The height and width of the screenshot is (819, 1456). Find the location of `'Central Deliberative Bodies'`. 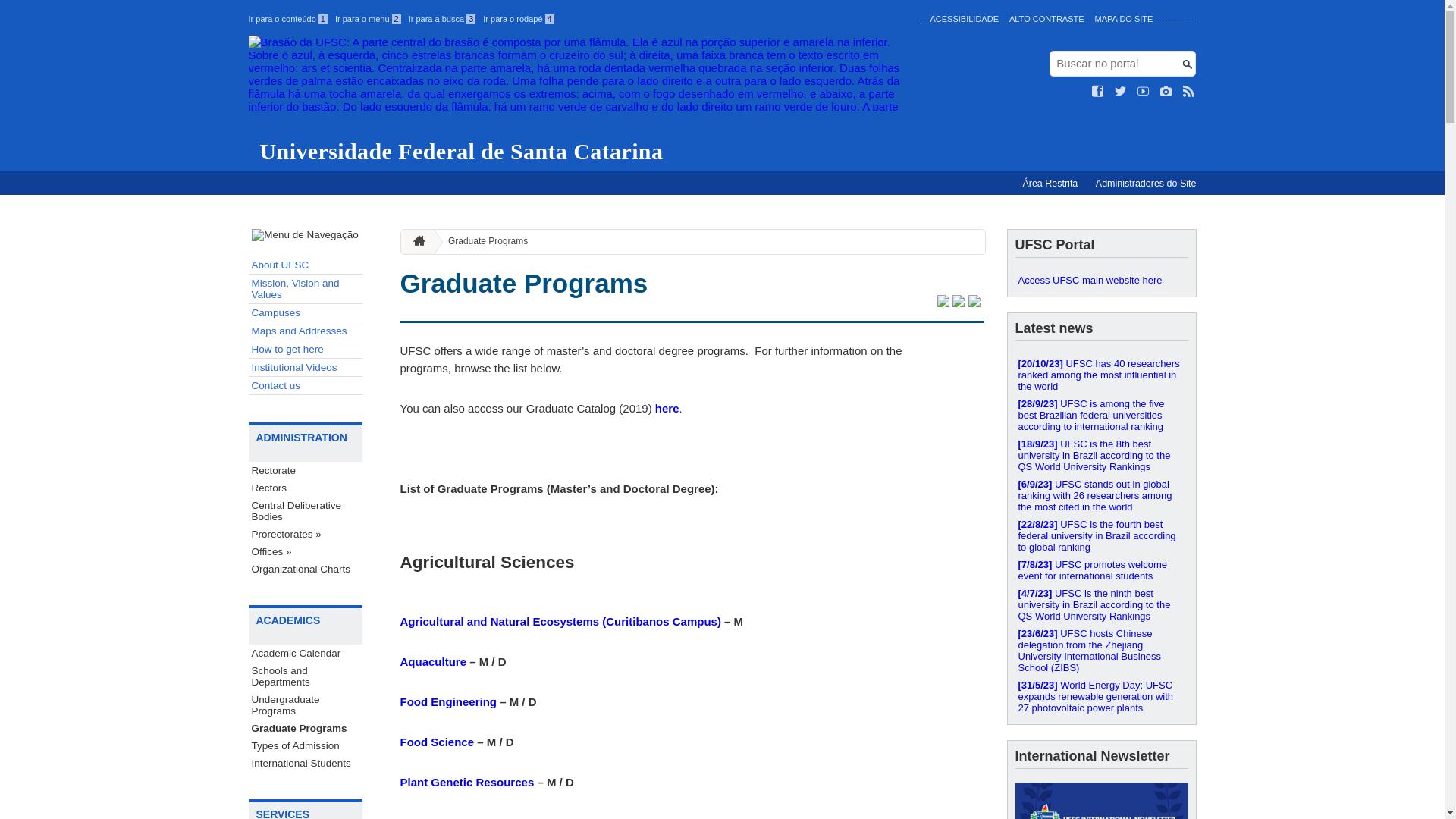

'Central Deliberative Bodies' is located at coordinates (305, 511).